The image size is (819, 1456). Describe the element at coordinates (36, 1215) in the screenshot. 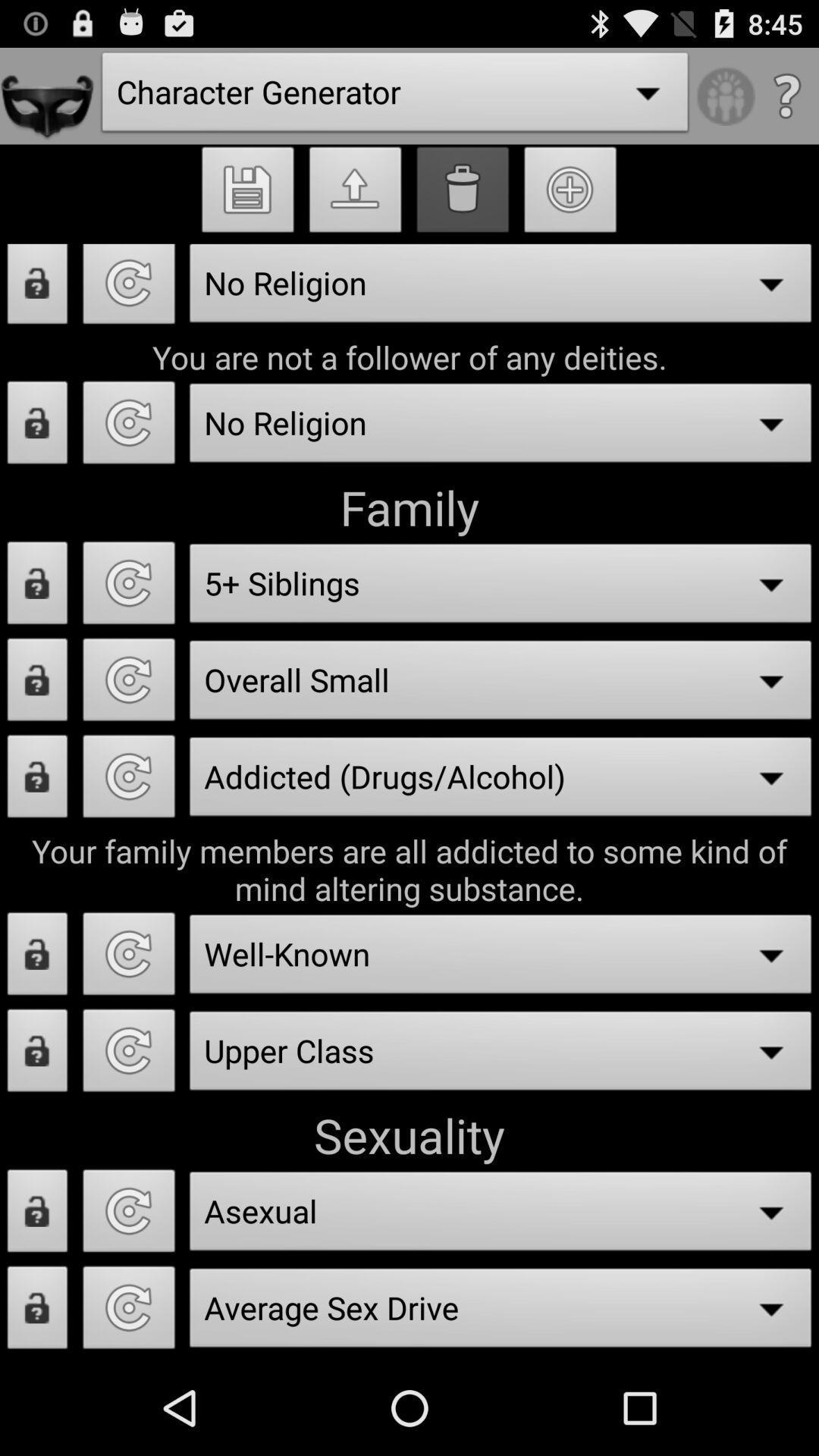

I see `unlock` at that location.